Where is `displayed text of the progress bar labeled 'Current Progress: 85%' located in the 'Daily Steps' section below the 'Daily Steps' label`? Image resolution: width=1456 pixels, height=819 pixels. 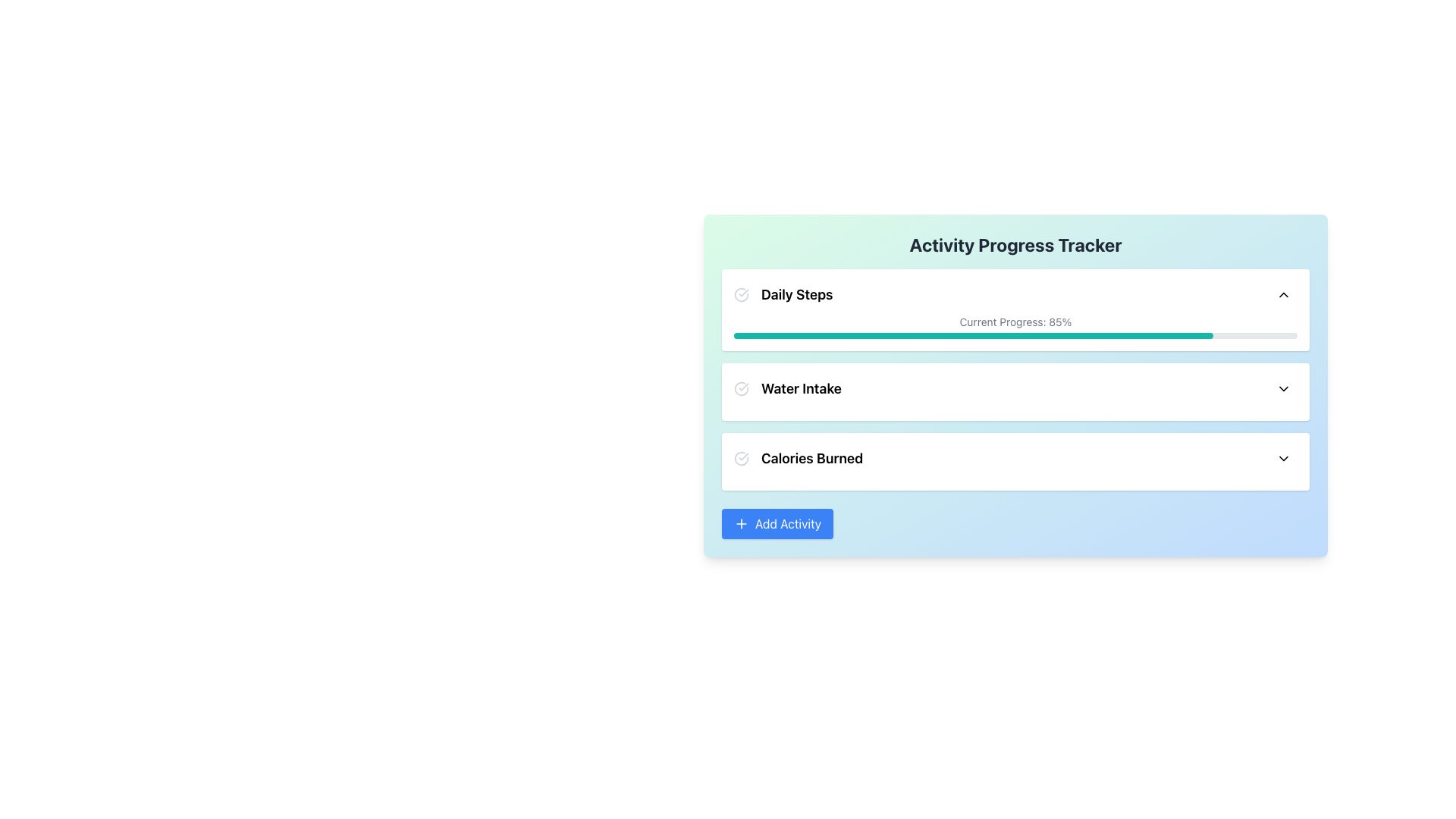
displayed text of the progress bar labeled 'Current Progress: 85%' located in the 'Daily Steps' section below the 'Daily Steps' label is located at coordinates (1015, 326).